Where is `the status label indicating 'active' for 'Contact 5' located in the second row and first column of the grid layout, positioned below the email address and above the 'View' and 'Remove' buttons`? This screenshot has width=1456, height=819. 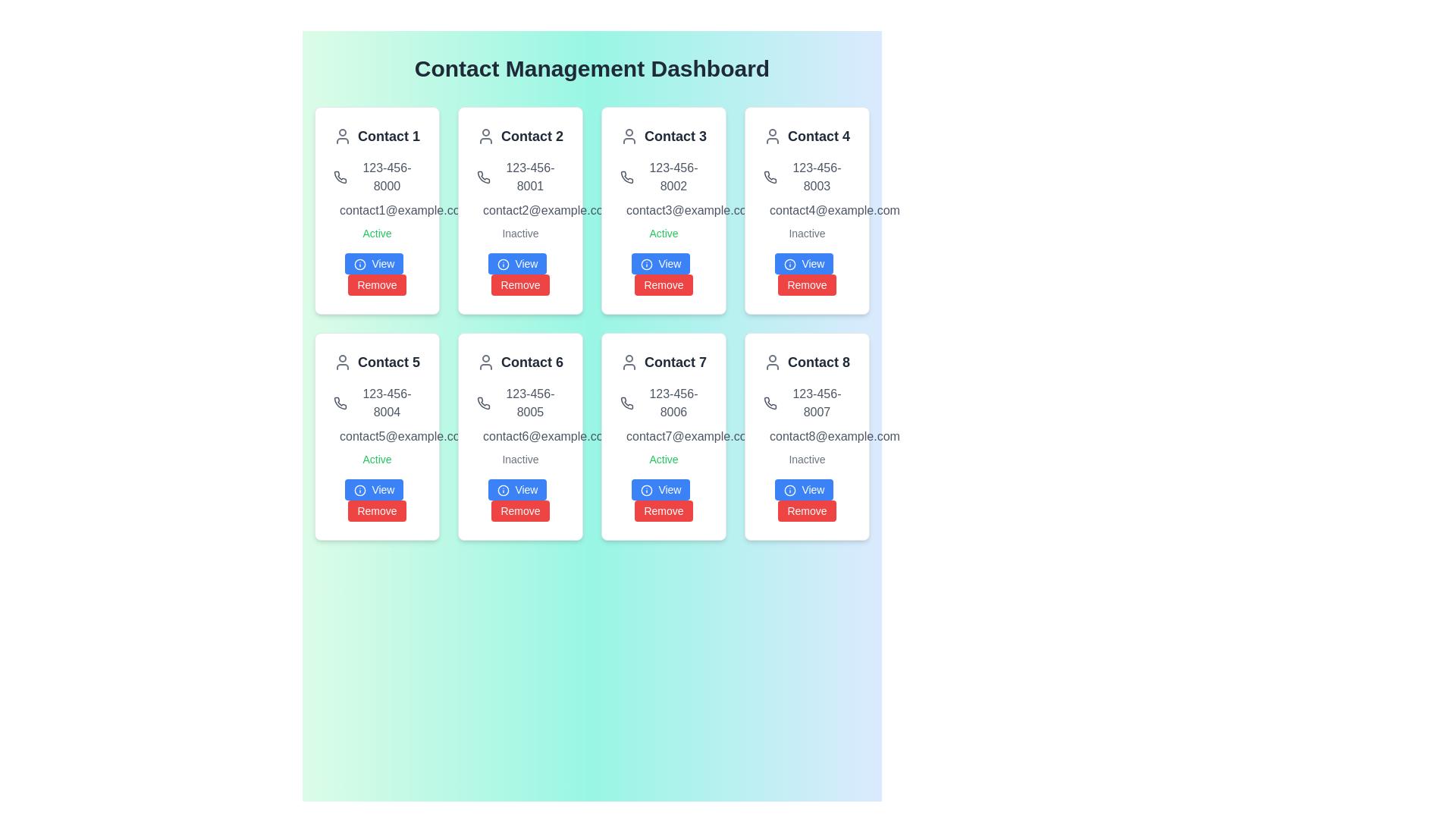 the status label indicating 'active' for 'Contact 5' located in the second row and first column of the grid layout, positioned below the email address and above the 'View' and 'Remove' buttons is located at coordinates (377, 458).